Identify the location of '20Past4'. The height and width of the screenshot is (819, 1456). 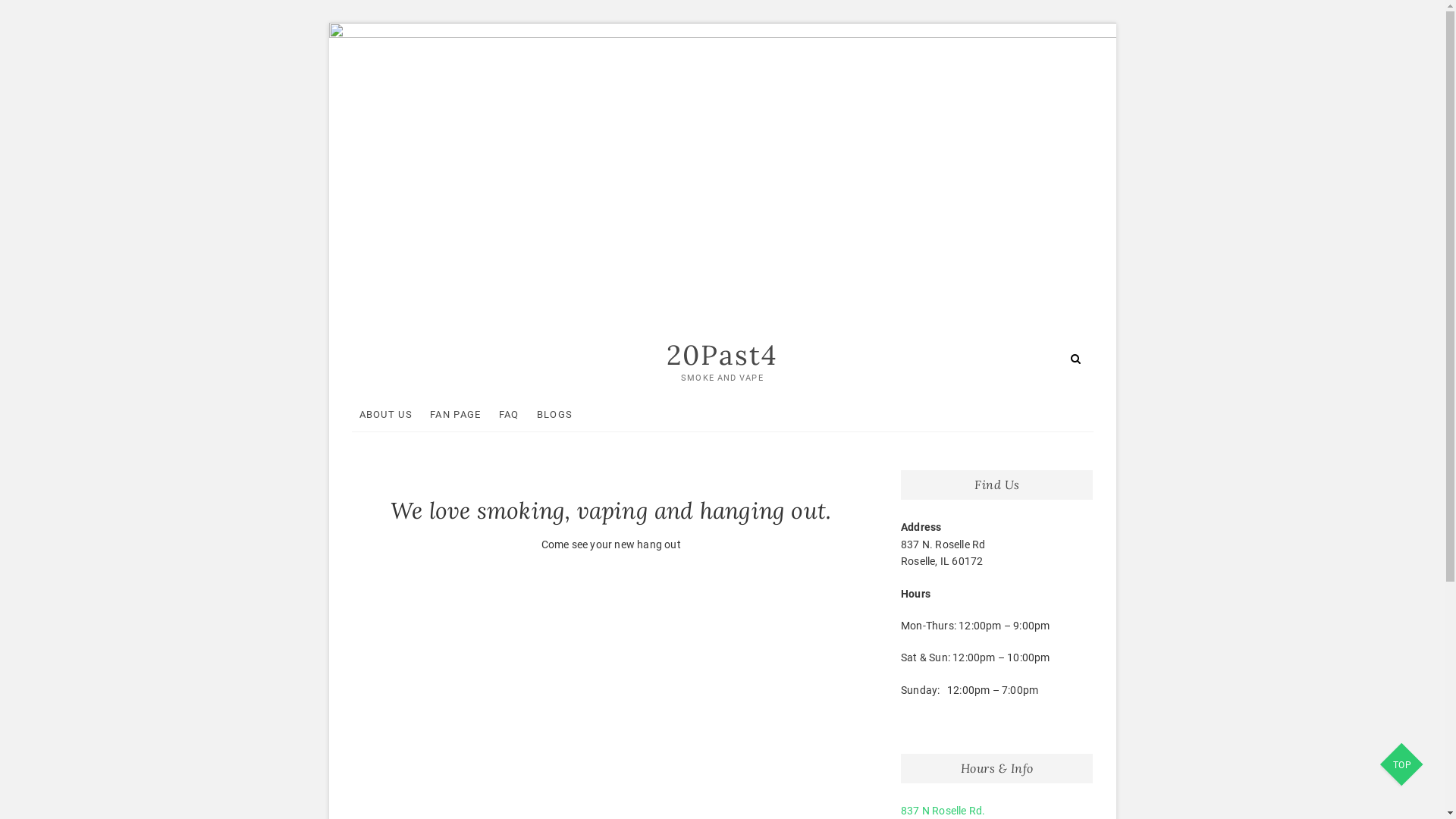
(721, 354).